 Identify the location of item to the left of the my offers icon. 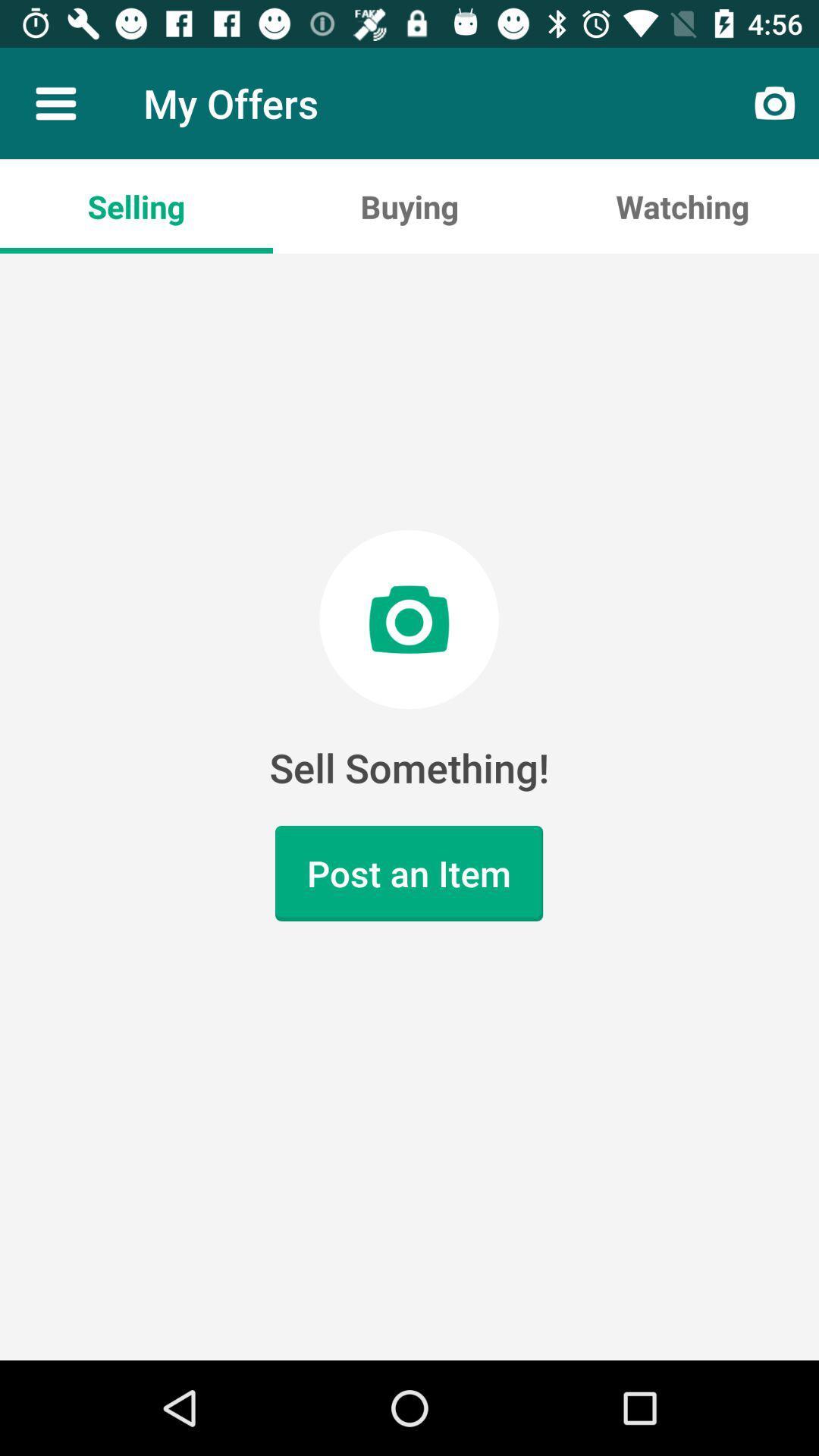
(55, 102).